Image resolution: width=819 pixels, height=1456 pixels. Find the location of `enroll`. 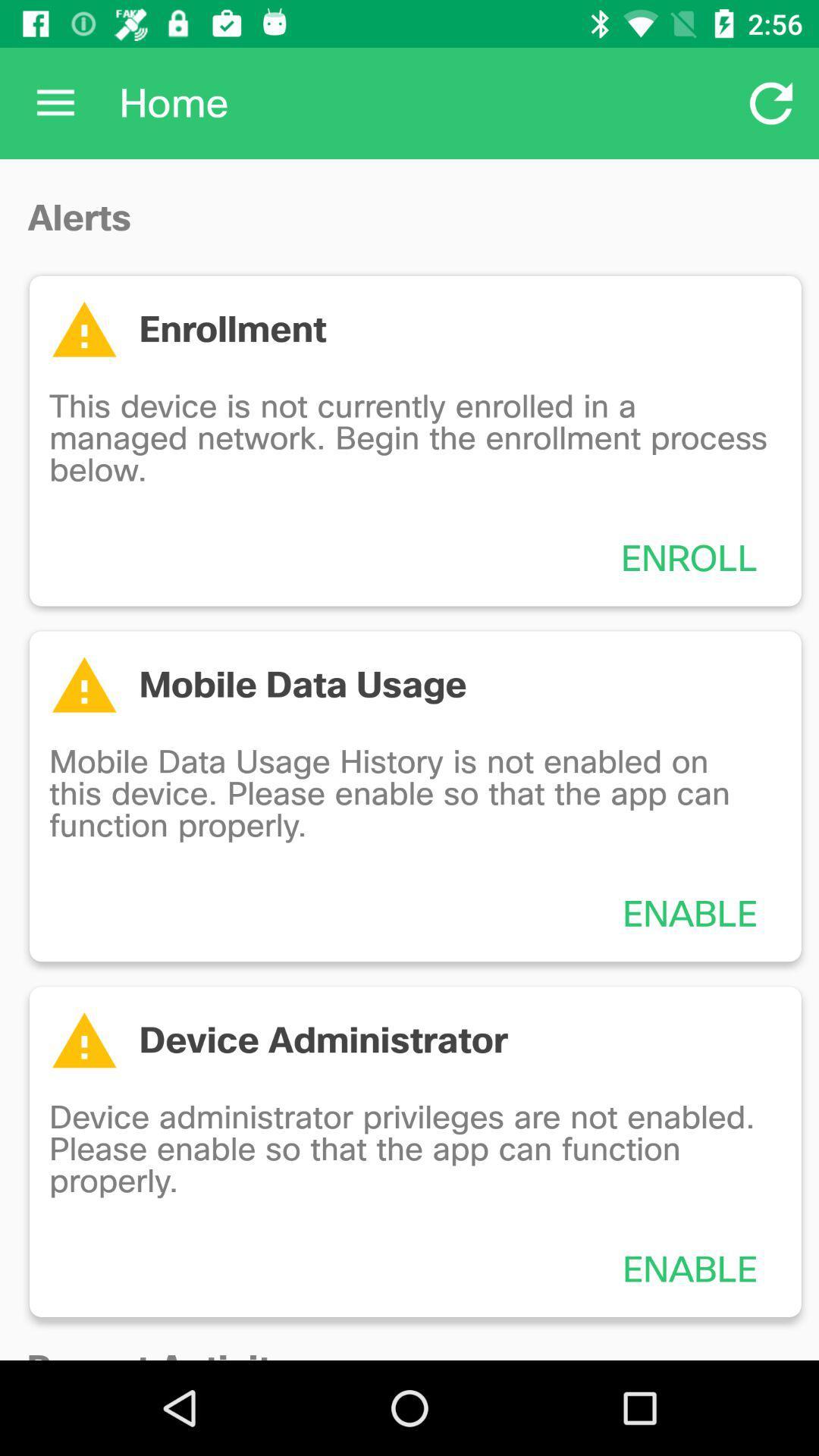

enroll is located at coordinates (689, 557).